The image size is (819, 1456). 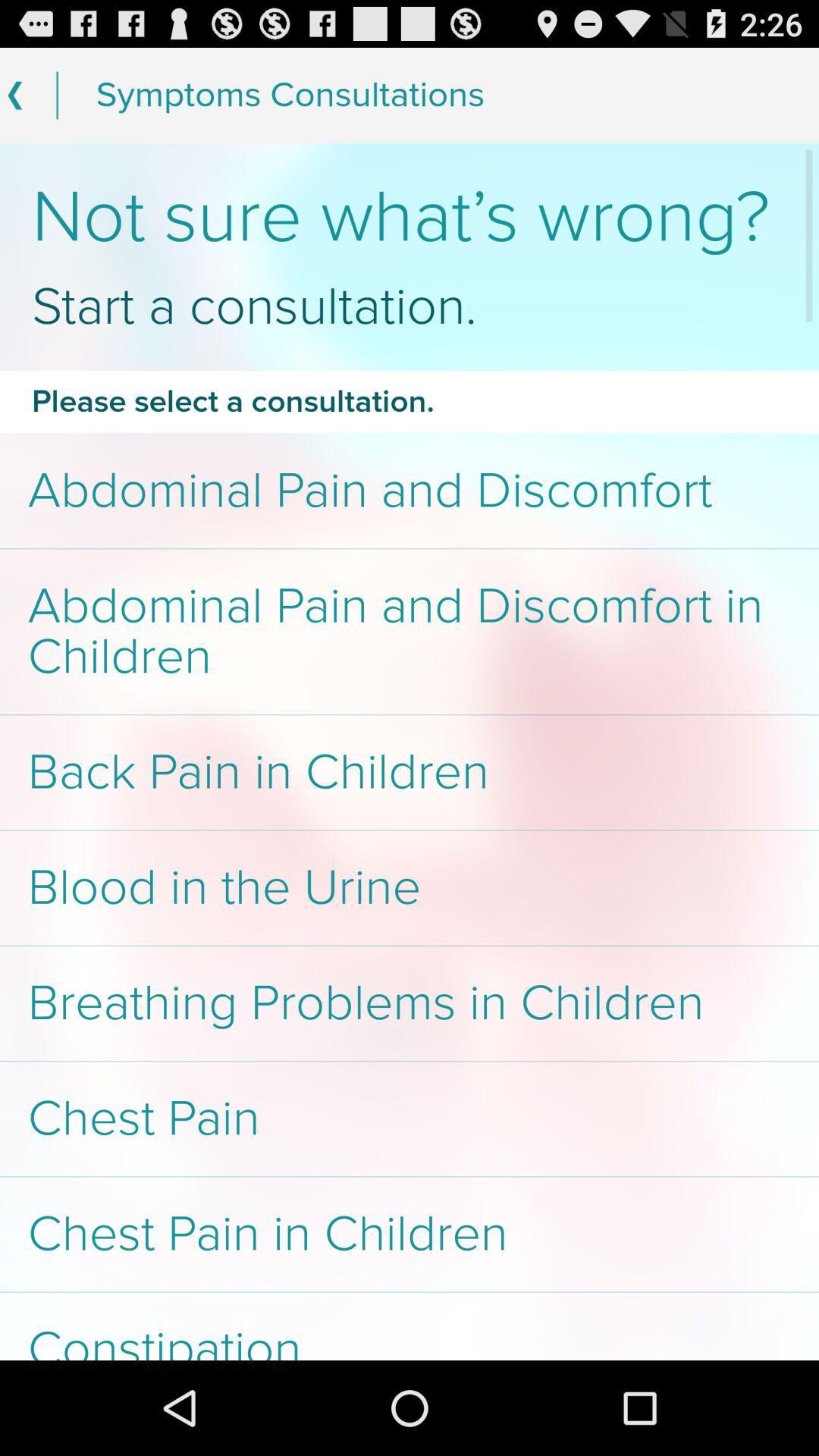 I want to click on the please select a icon, so click(x=409, y=401).